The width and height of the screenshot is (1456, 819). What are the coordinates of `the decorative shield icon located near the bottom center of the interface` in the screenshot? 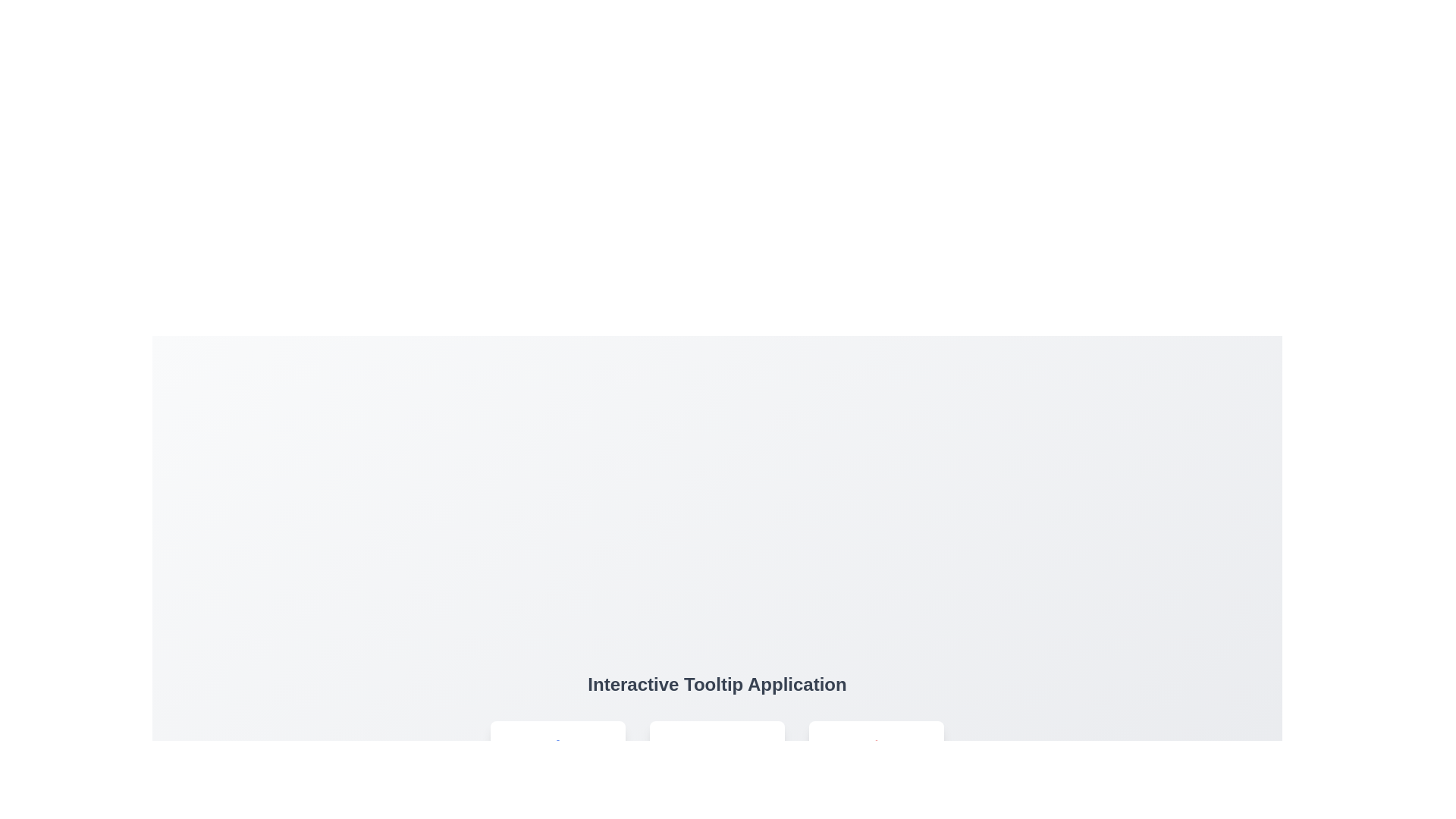 It's located at (877, 752).